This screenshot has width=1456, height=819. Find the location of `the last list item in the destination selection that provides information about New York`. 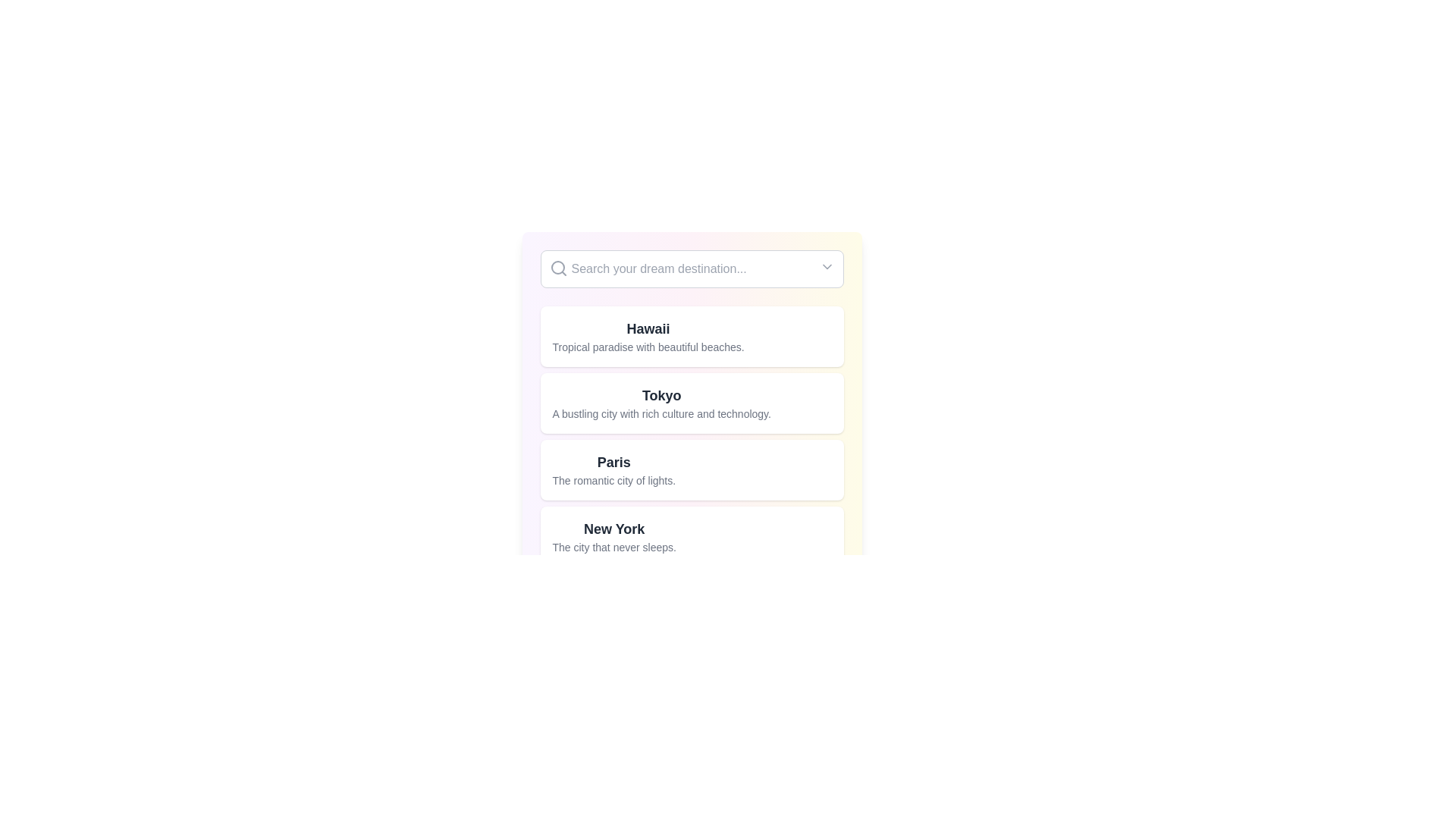

the last list item in the destination selection that provides information about New York is located at coordinates (614, 536).